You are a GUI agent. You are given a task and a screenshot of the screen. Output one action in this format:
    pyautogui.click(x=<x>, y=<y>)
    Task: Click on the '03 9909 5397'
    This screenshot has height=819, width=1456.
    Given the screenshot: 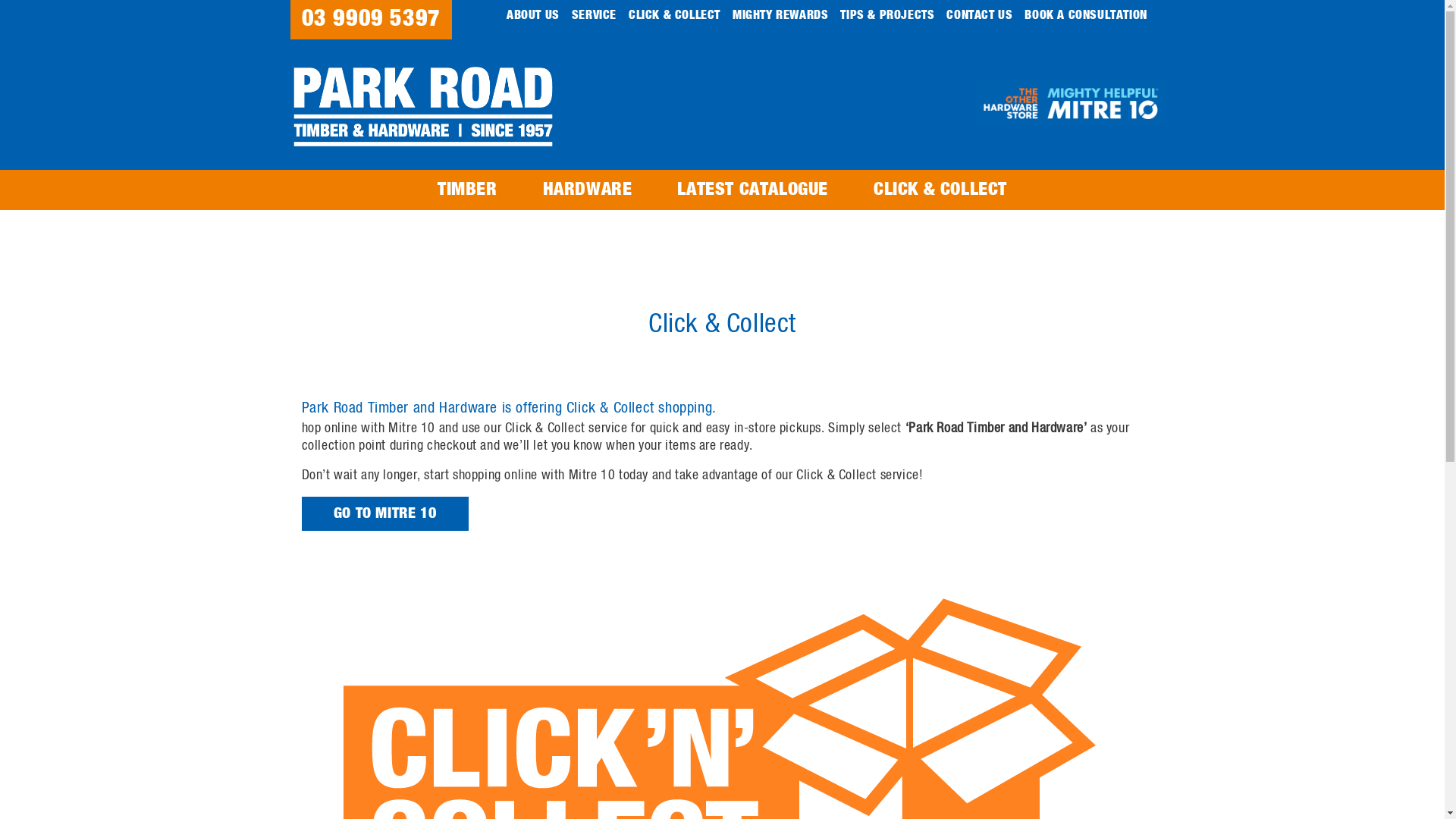 What is the action you would take?
    pyautogui.click(x=370, y=20)
    